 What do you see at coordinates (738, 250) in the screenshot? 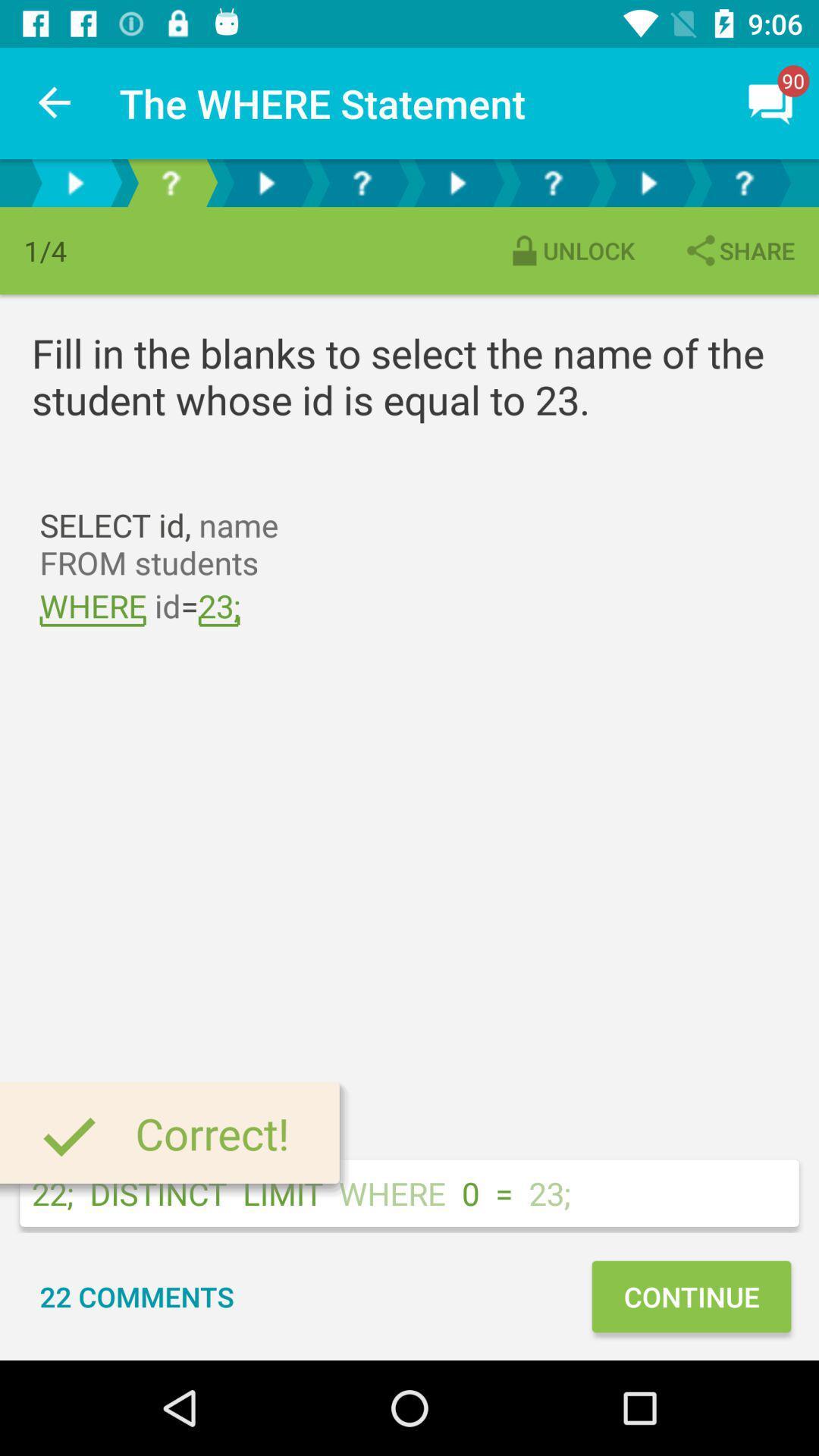
I see `share icon` at bounding box center [738, 250].